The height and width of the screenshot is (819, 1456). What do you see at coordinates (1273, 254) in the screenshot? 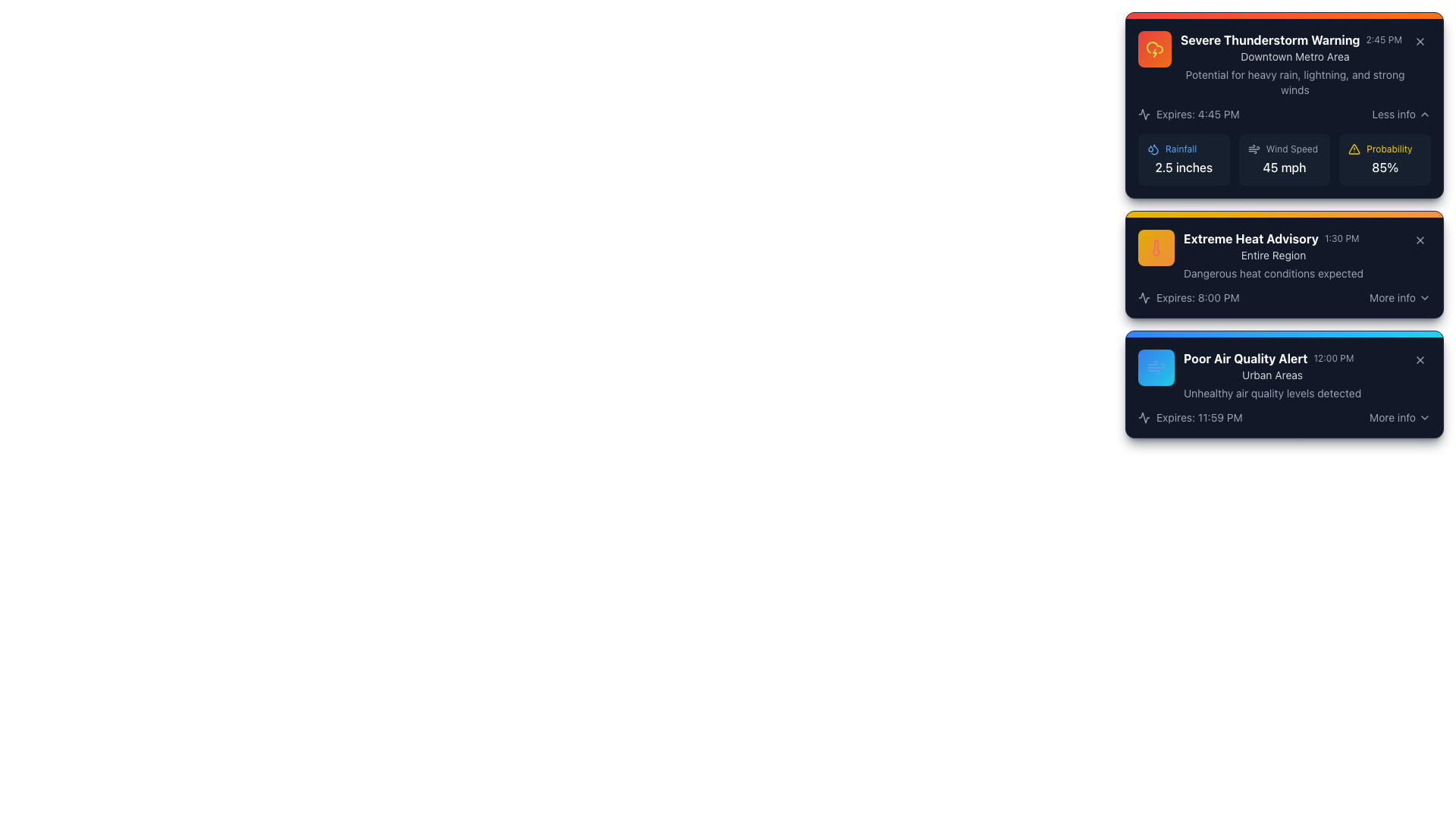
I see `the text label element displaying 'Entire Region', which is styled in gray and located below the title 'Extreme Heat Advisory' in the second alert box` at bounding box center [1273, 254].